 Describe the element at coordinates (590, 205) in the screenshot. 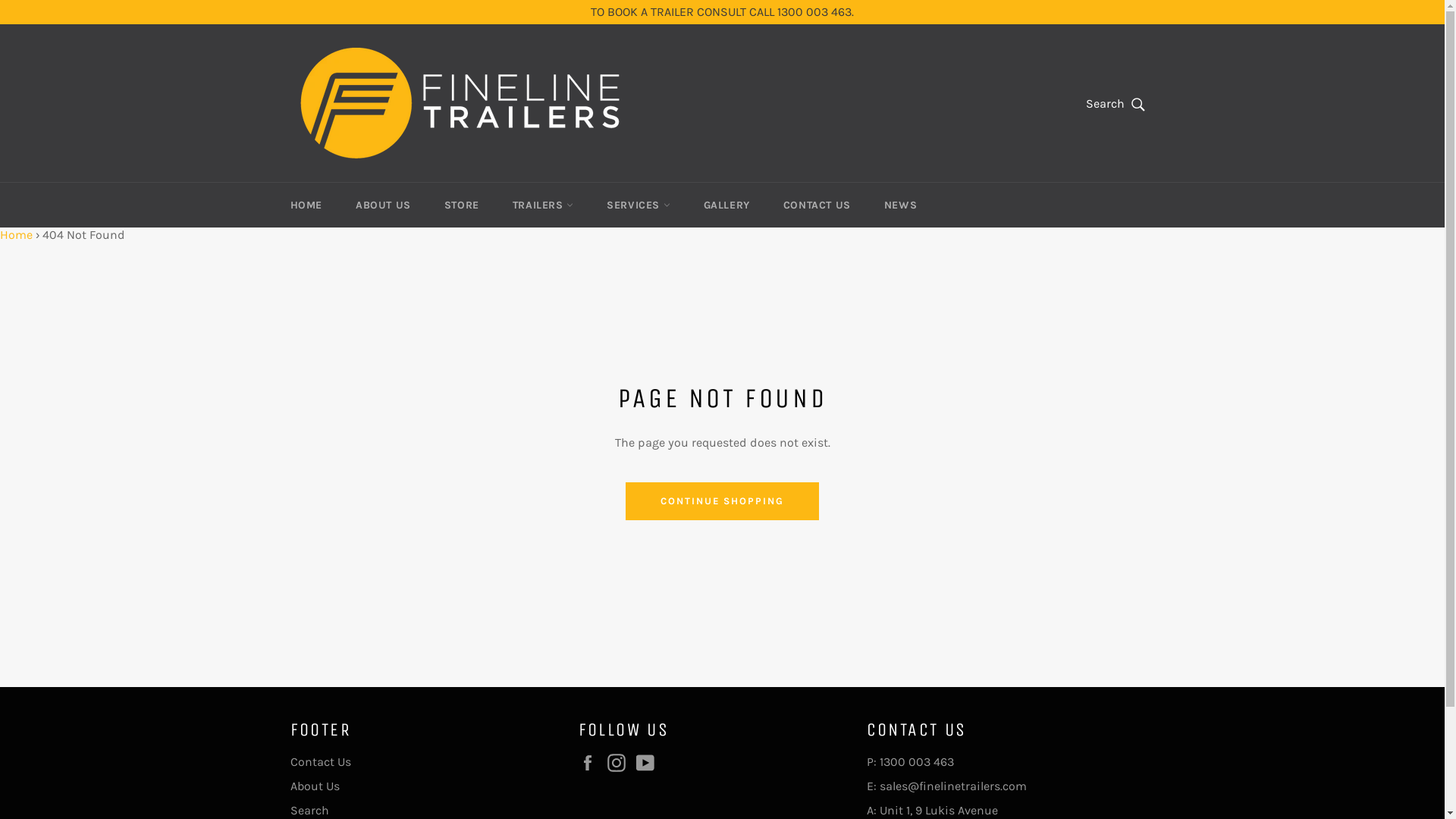

I see `'SERVICES'` at that location.